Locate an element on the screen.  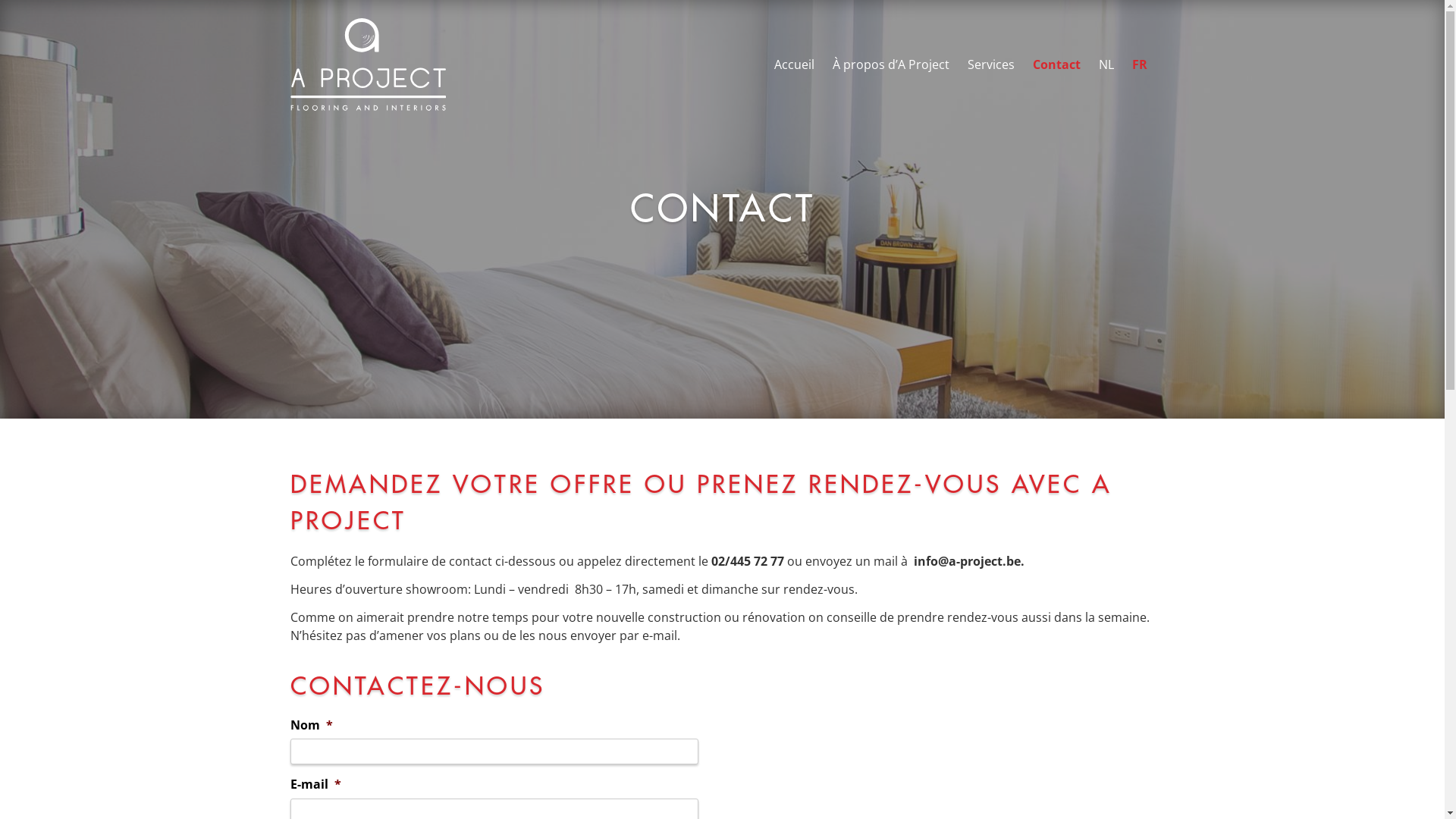
'NL' is located at coordinates (1106, 63).